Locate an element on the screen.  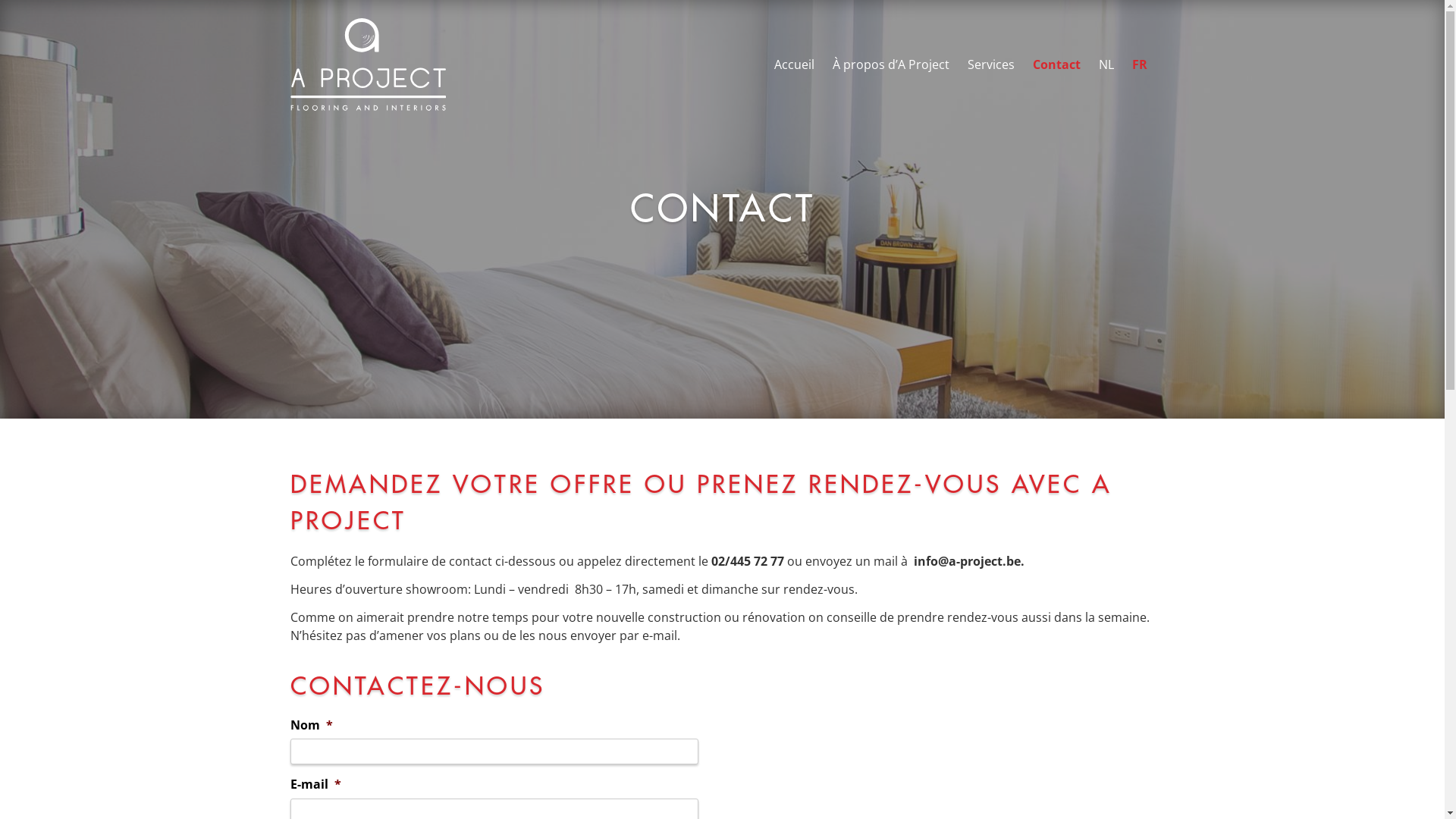
'NL' is located at coordinates (1106, 63).